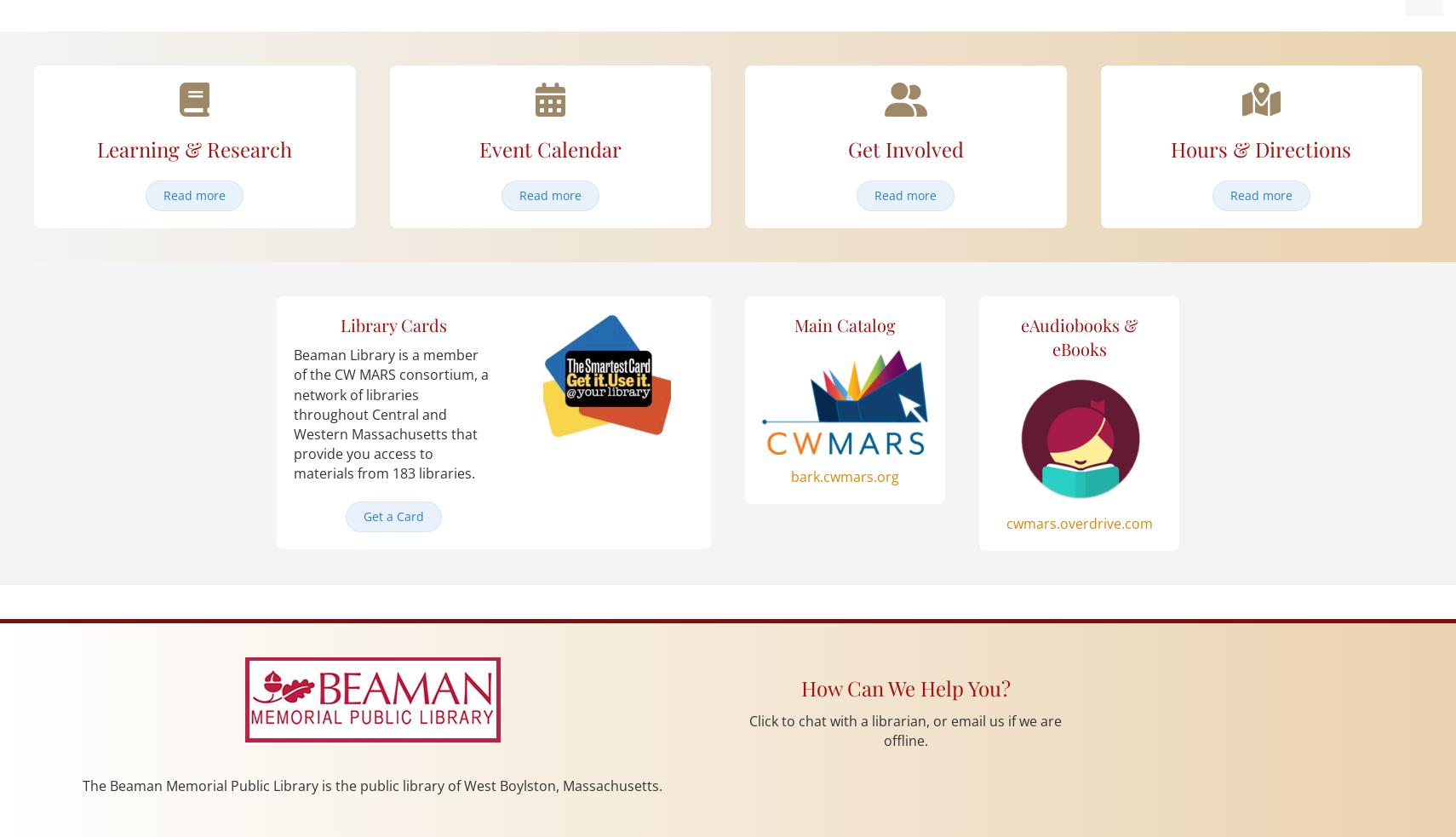  I want to click on 'Click to chat with a librarian, or email us if we are offline.', so click(904, 731).